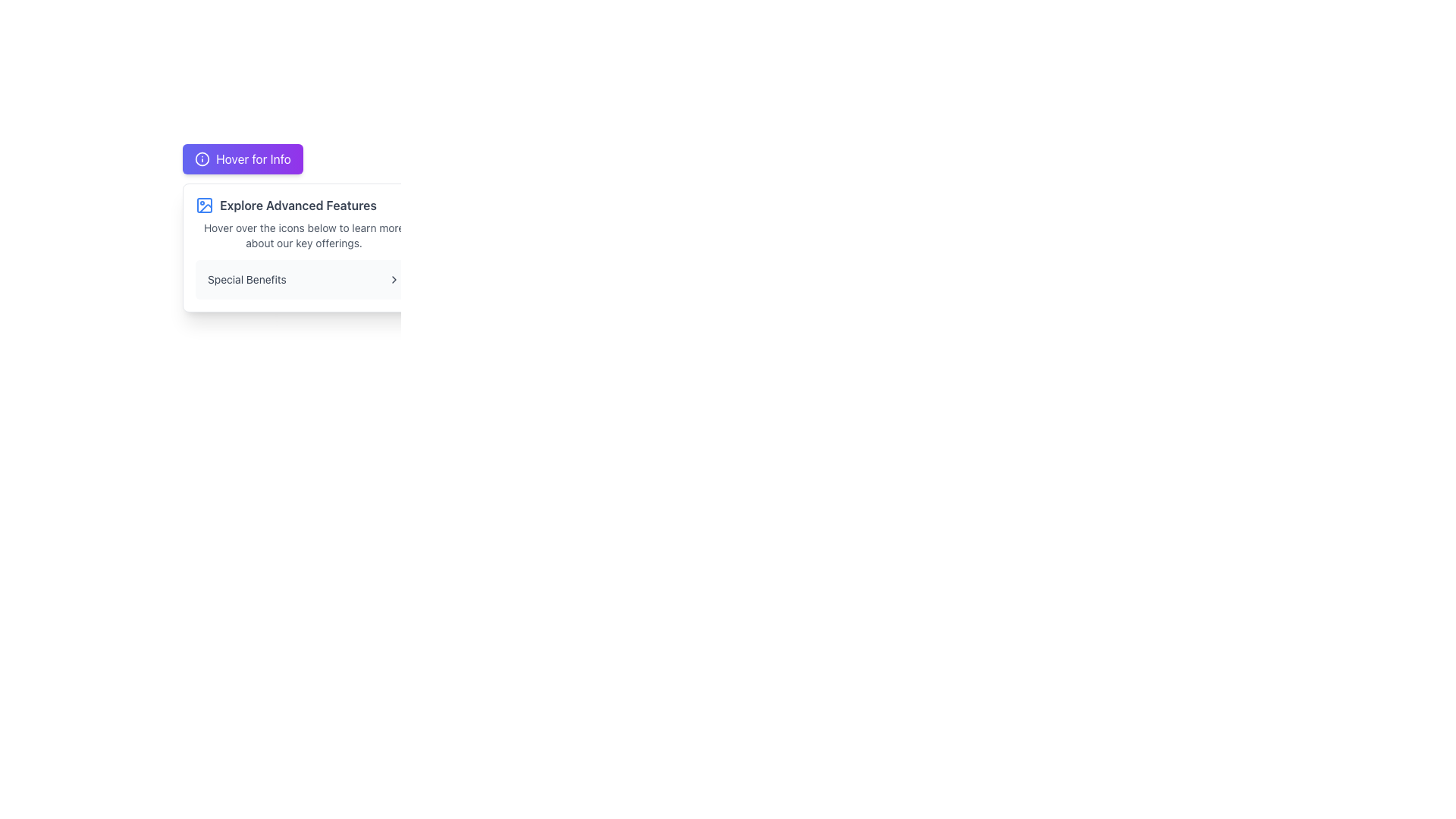  Describe the element at coordinates (303, 236) in the screenshot. I see `the text component displaying 'Hover over the icons below to learn more about our key offerings.' which is styled in gray color and located below the bold header 'Explore Advanced Features.'` at that location.